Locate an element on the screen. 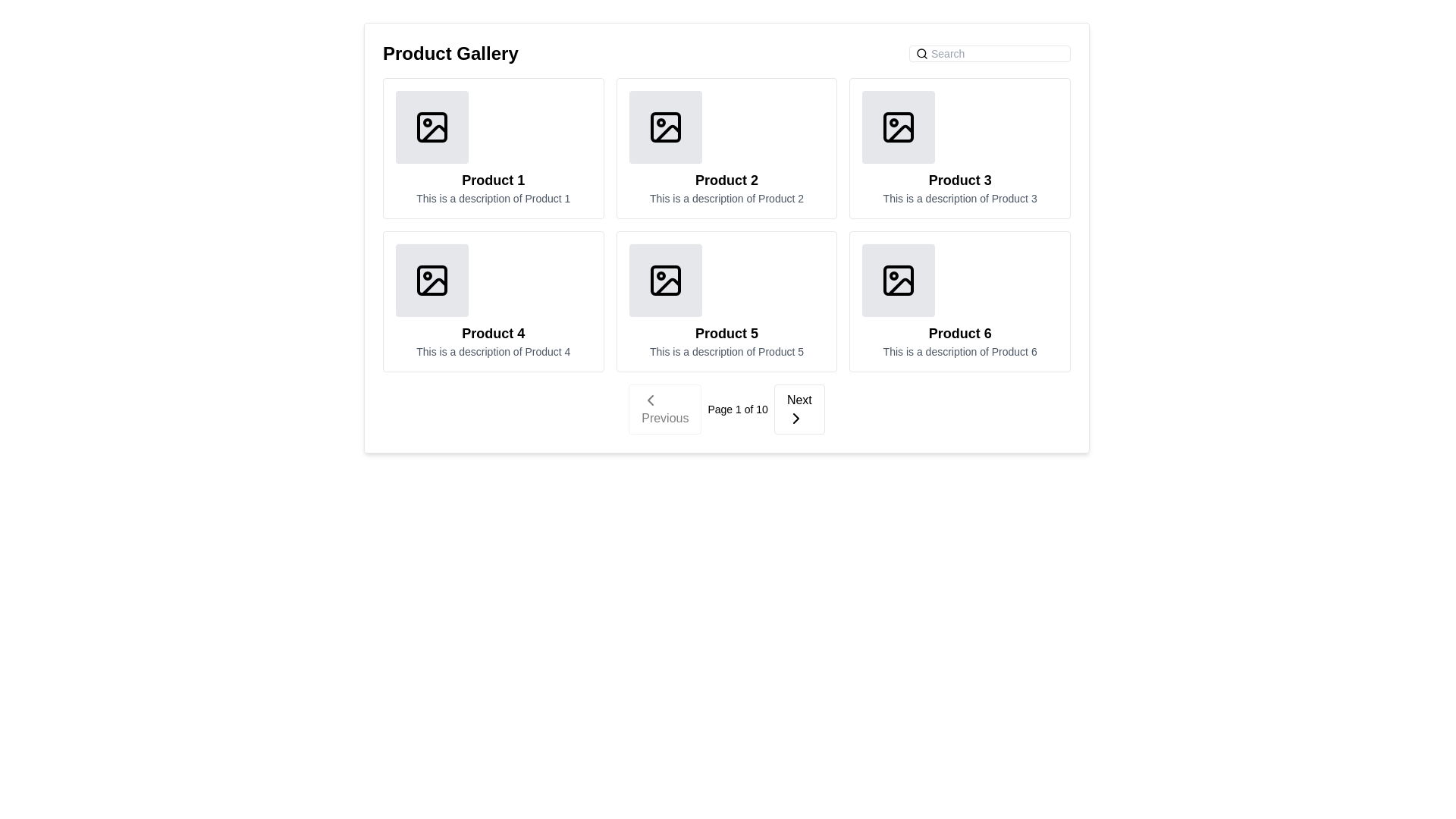 Image resolution: width=1456 pixels, height=819 pixels. text content of the label displaying 'This is a description of Product 2' in the second card of the product gallery is located at coordinates (726, 198).